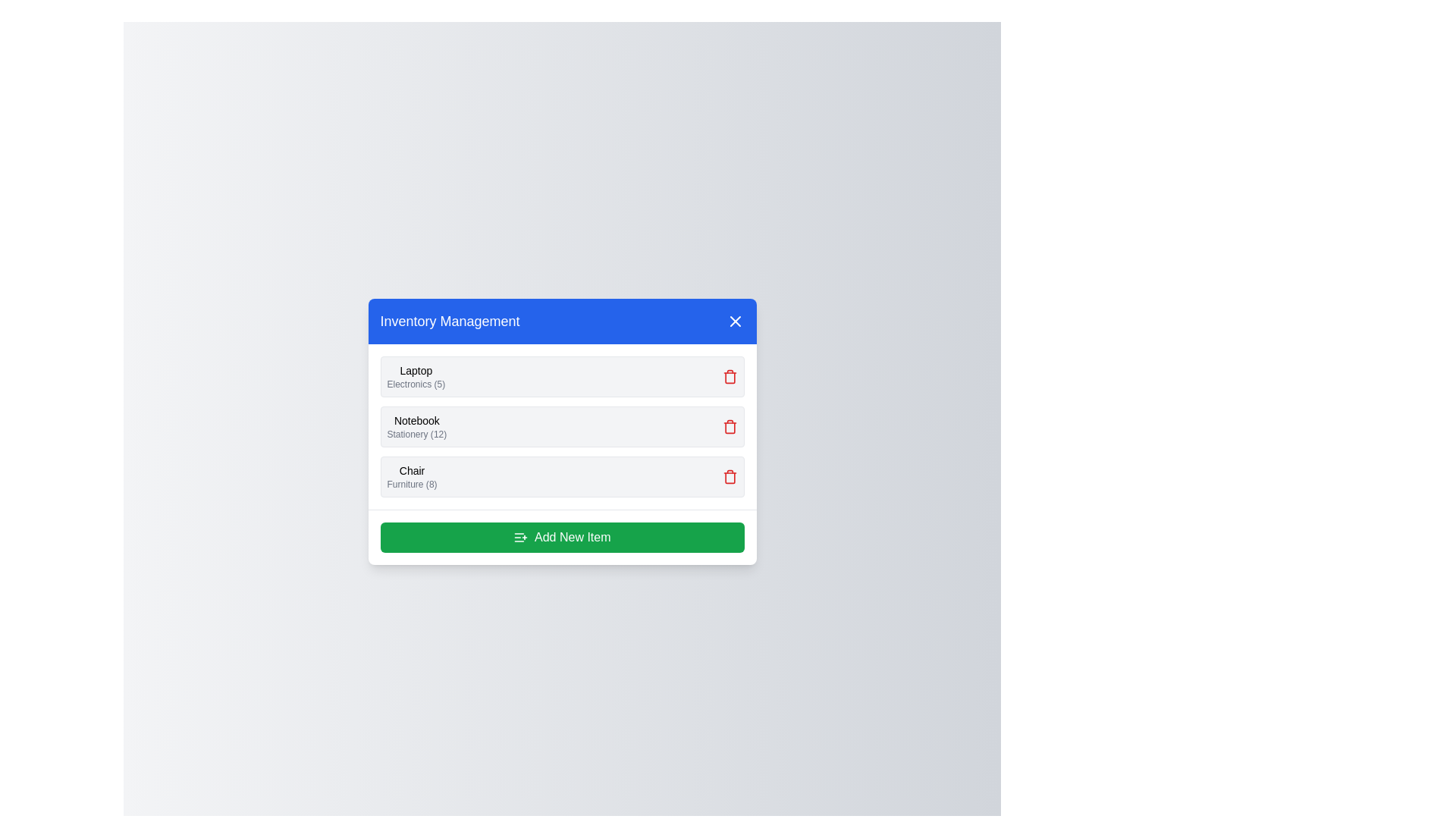 Image resolution: width=1456 pixels, height=819 pixels. Describe the element at coordinates (730, 475) in the screenshot. I see `delete icon next to the item named Chair to remove it from the inventory` at that location.